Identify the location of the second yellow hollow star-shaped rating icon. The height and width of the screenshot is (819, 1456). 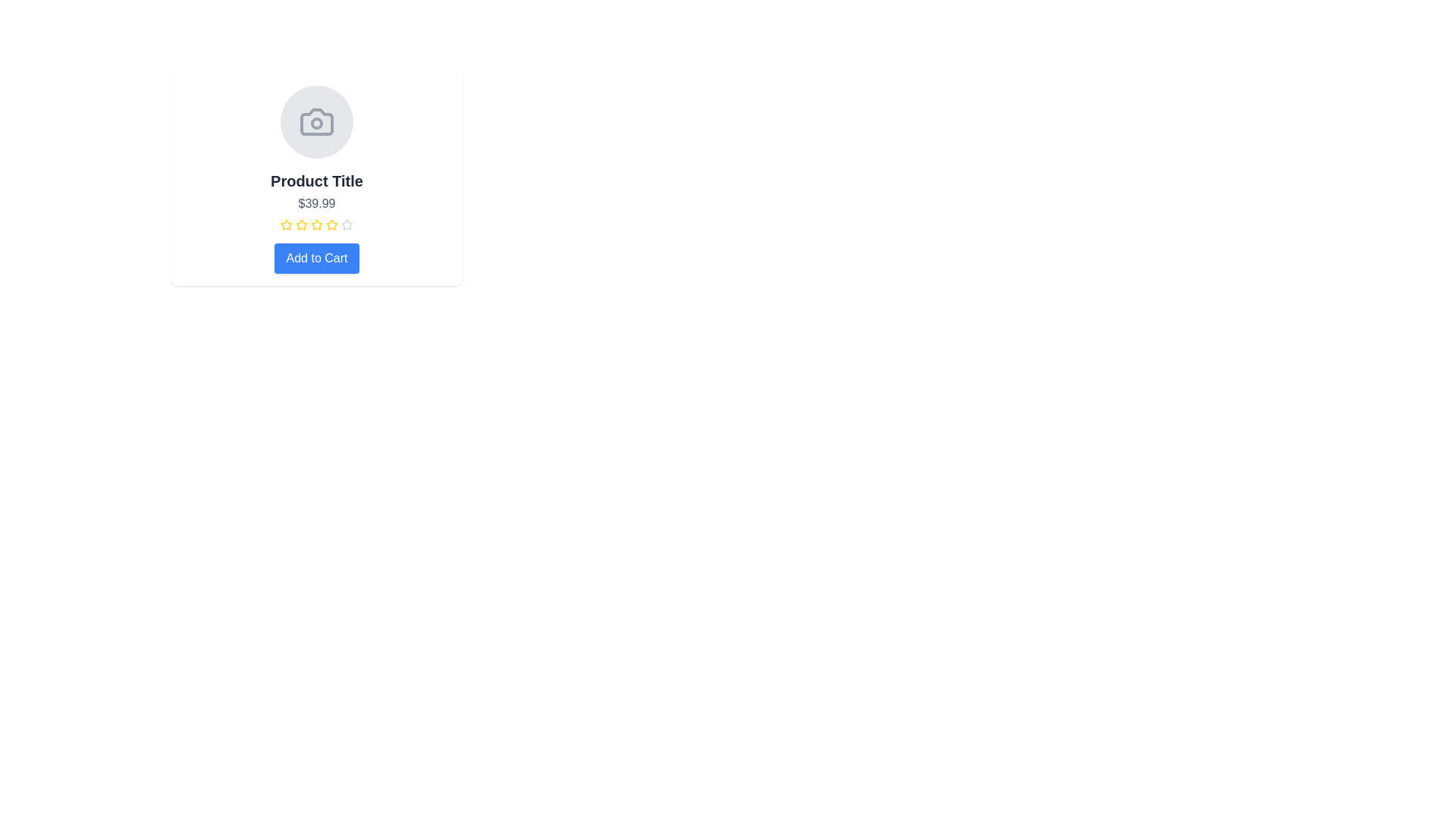
(302, 224).